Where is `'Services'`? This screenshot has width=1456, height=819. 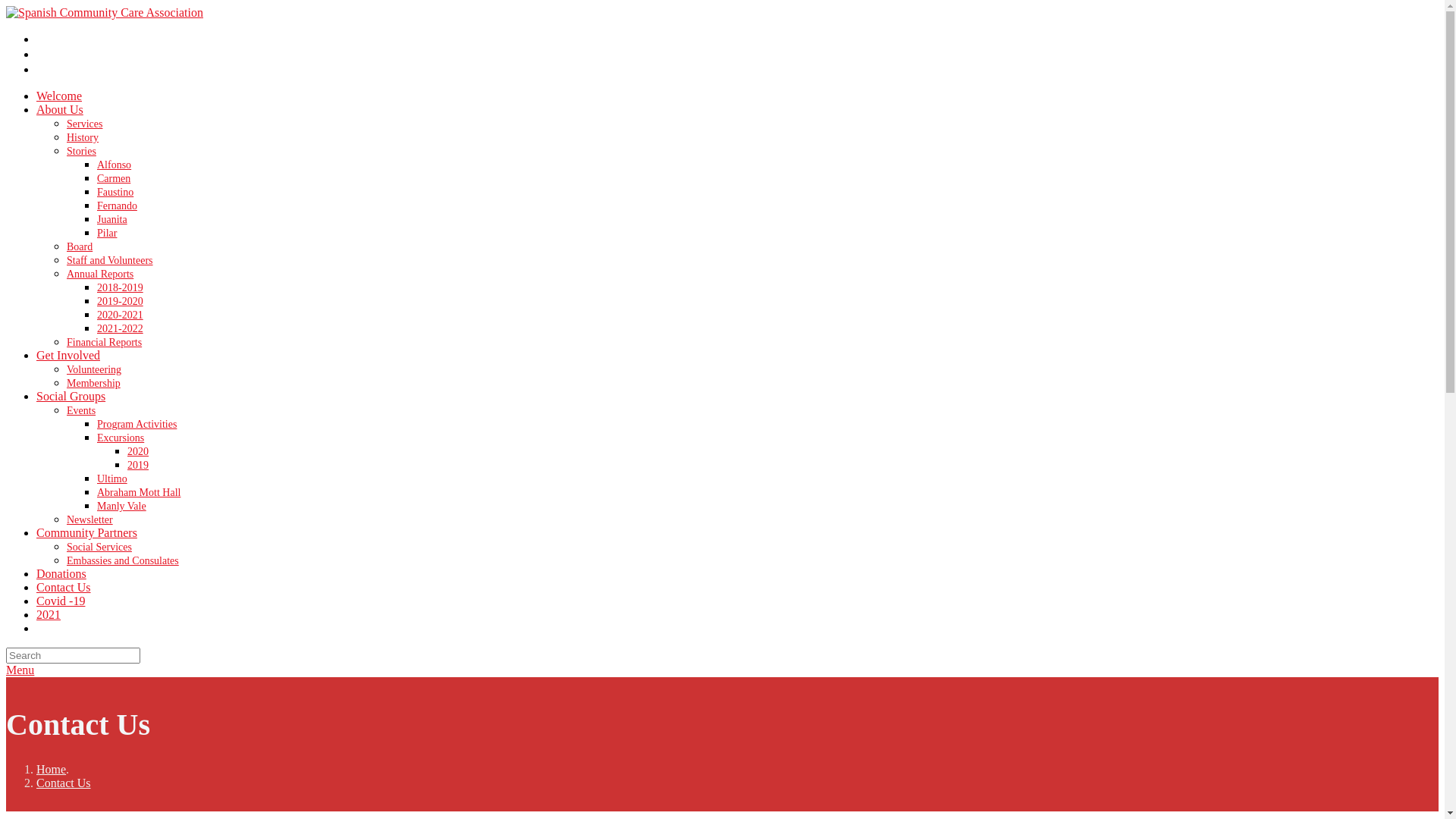 'Services' is located at coordinates (83, 123).